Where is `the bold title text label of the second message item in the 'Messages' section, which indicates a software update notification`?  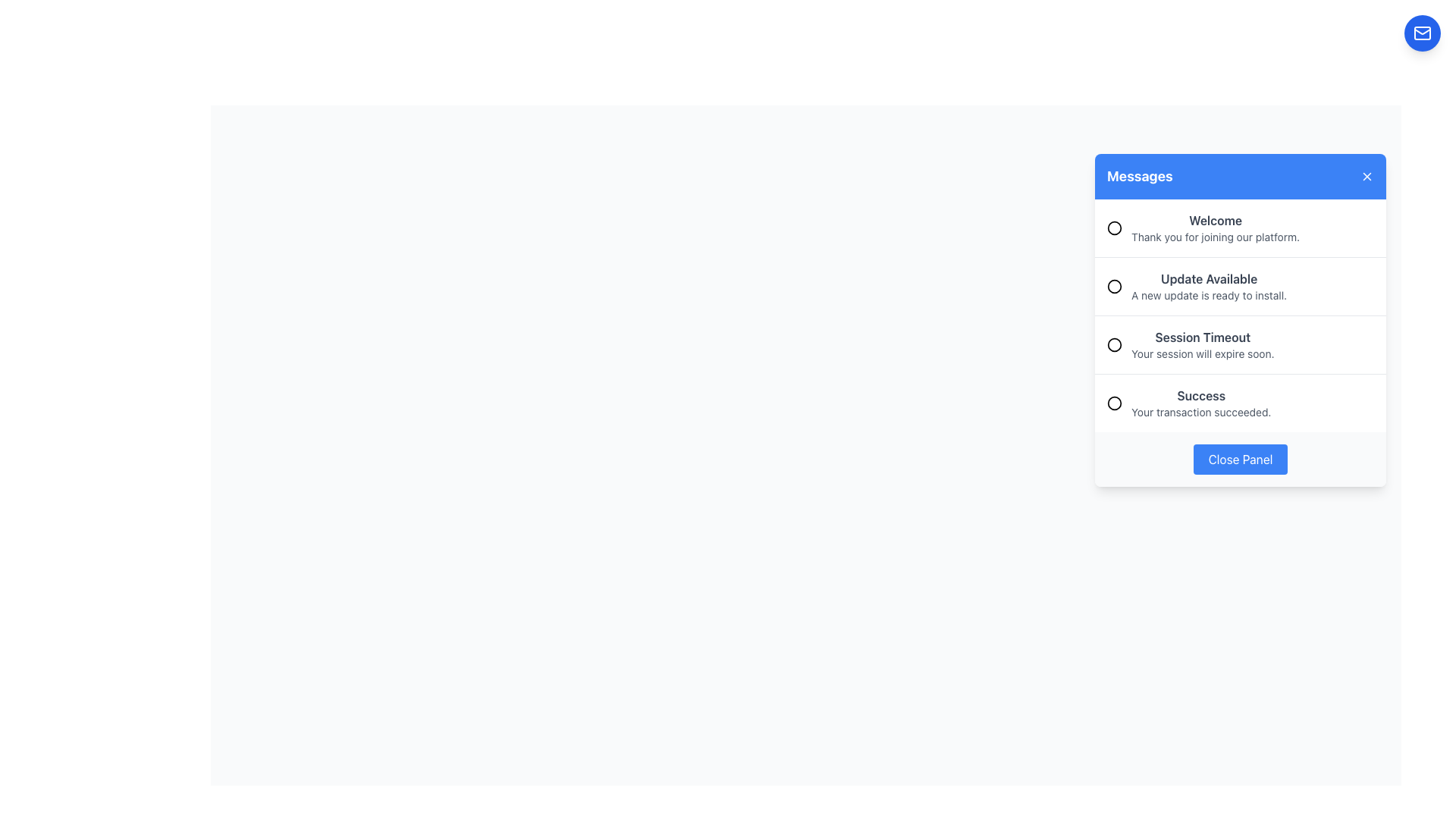 the bold title text label of the second message item in the 'Messages' section, which indicates a software update notification is located at coordinates (1208, 278).